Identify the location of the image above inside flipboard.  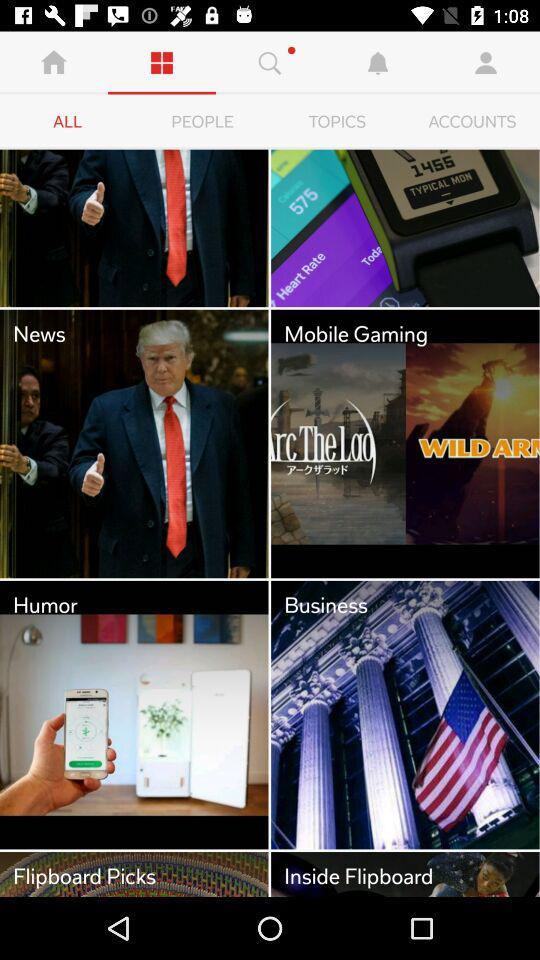
(405, 715).